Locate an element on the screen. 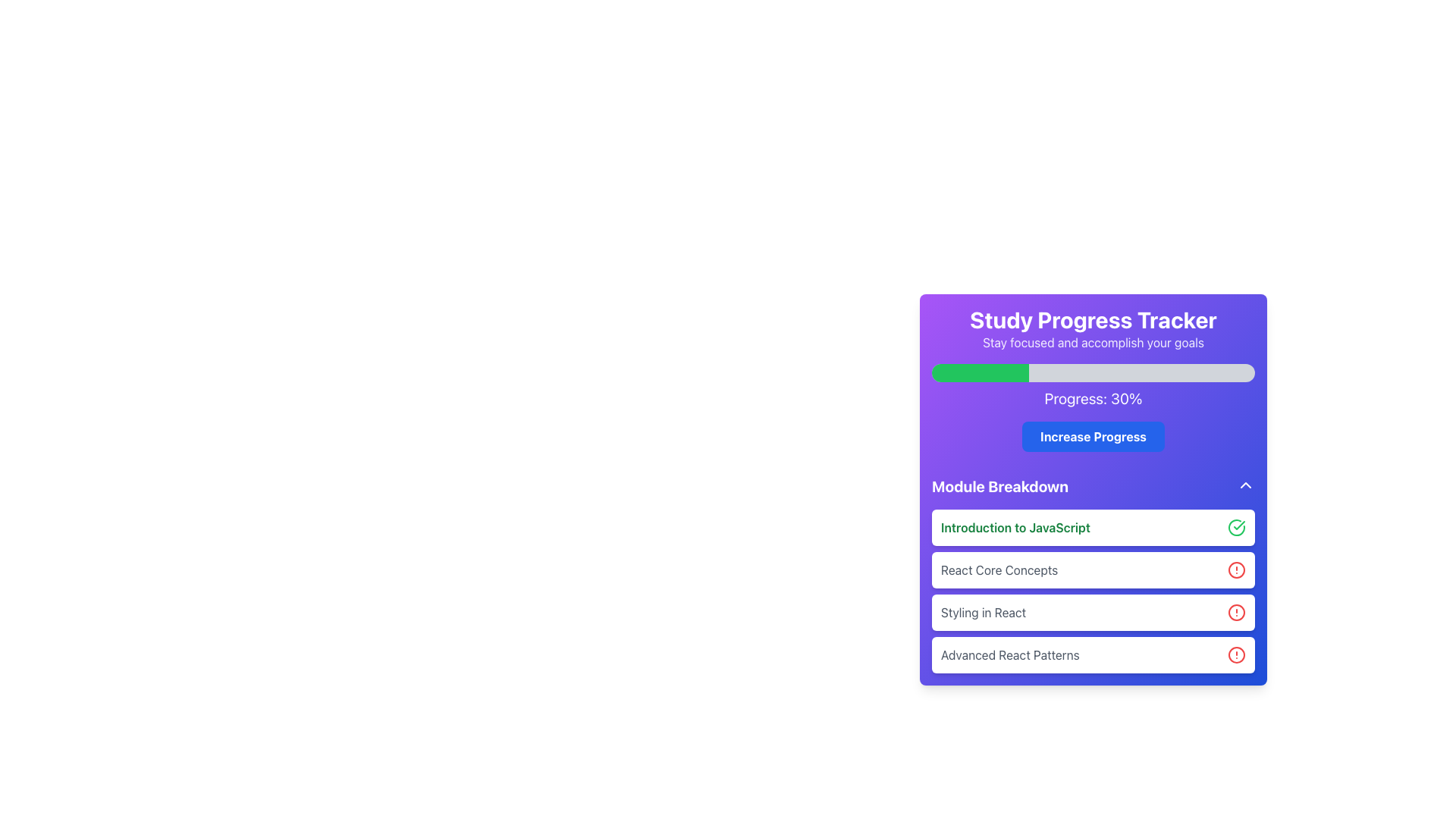 The image size is (1456, 819). the motivational subtitle text in the 'Study Progress Tracker' section located on a purple-shaded card interface, positioned directly beneath the heading is located at coordinates (1093, 342).